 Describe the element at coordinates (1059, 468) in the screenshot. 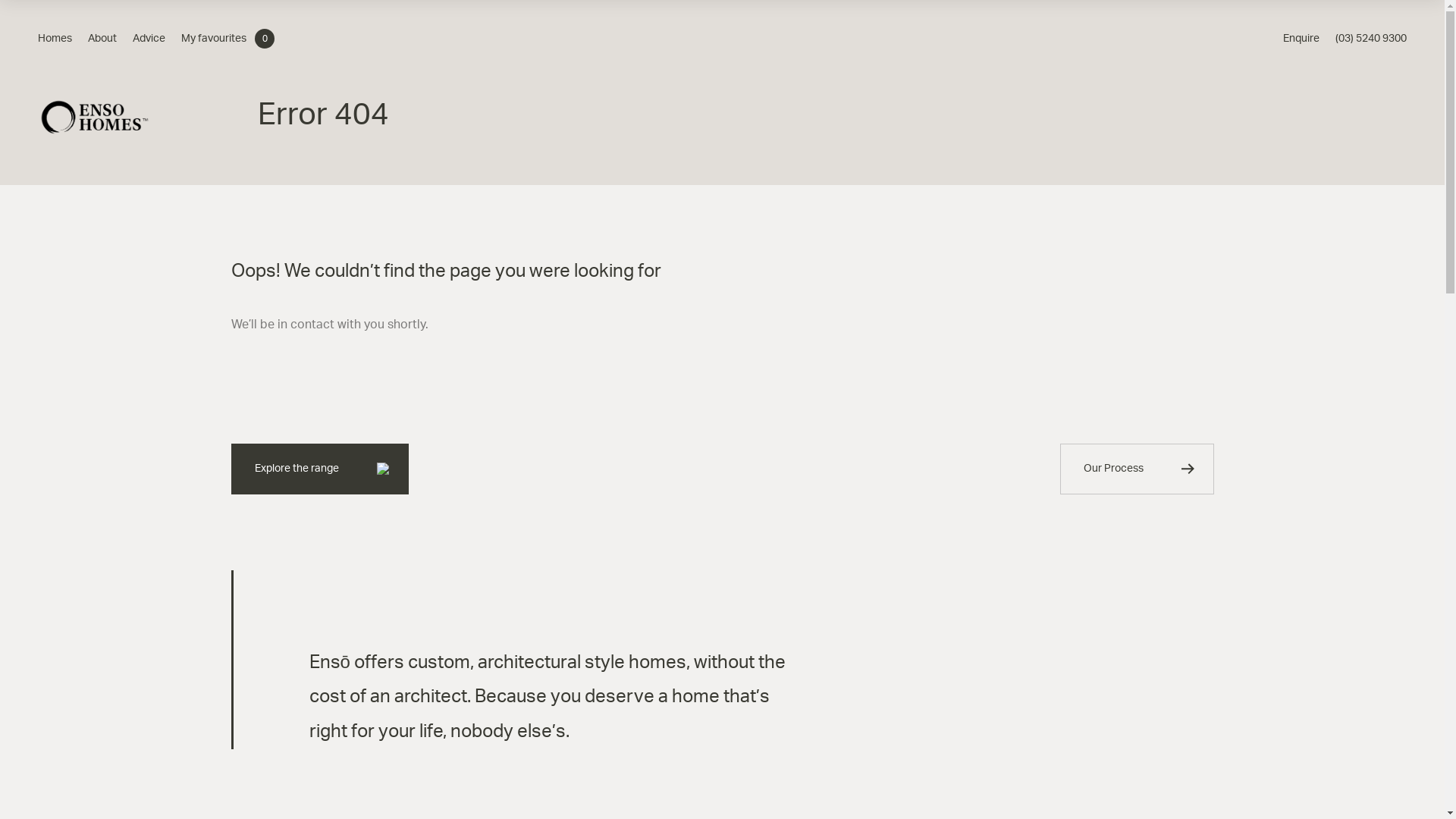

I see `'Our Process'` at that location.